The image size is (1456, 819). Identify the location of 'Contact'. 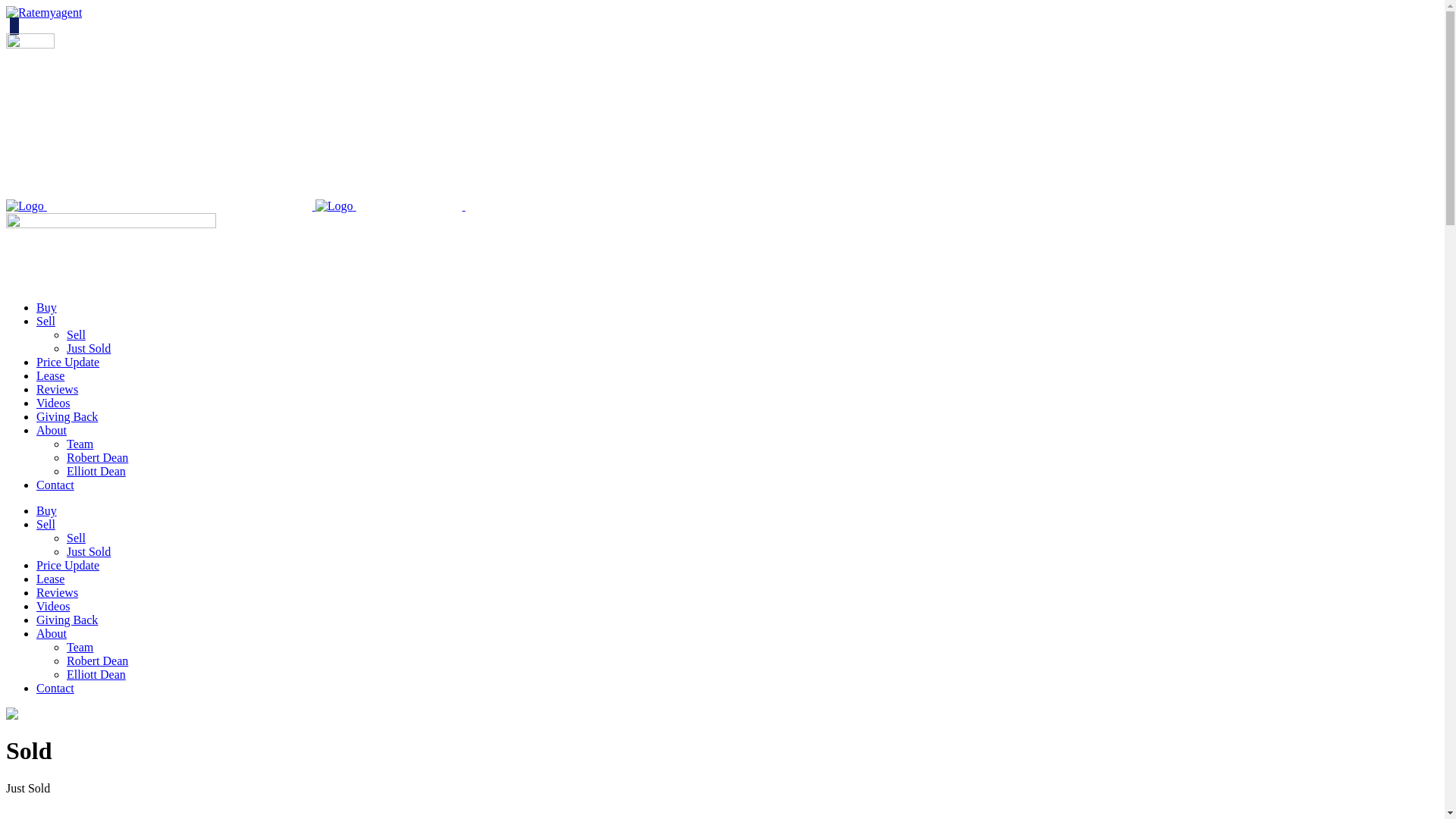
(55, 485).